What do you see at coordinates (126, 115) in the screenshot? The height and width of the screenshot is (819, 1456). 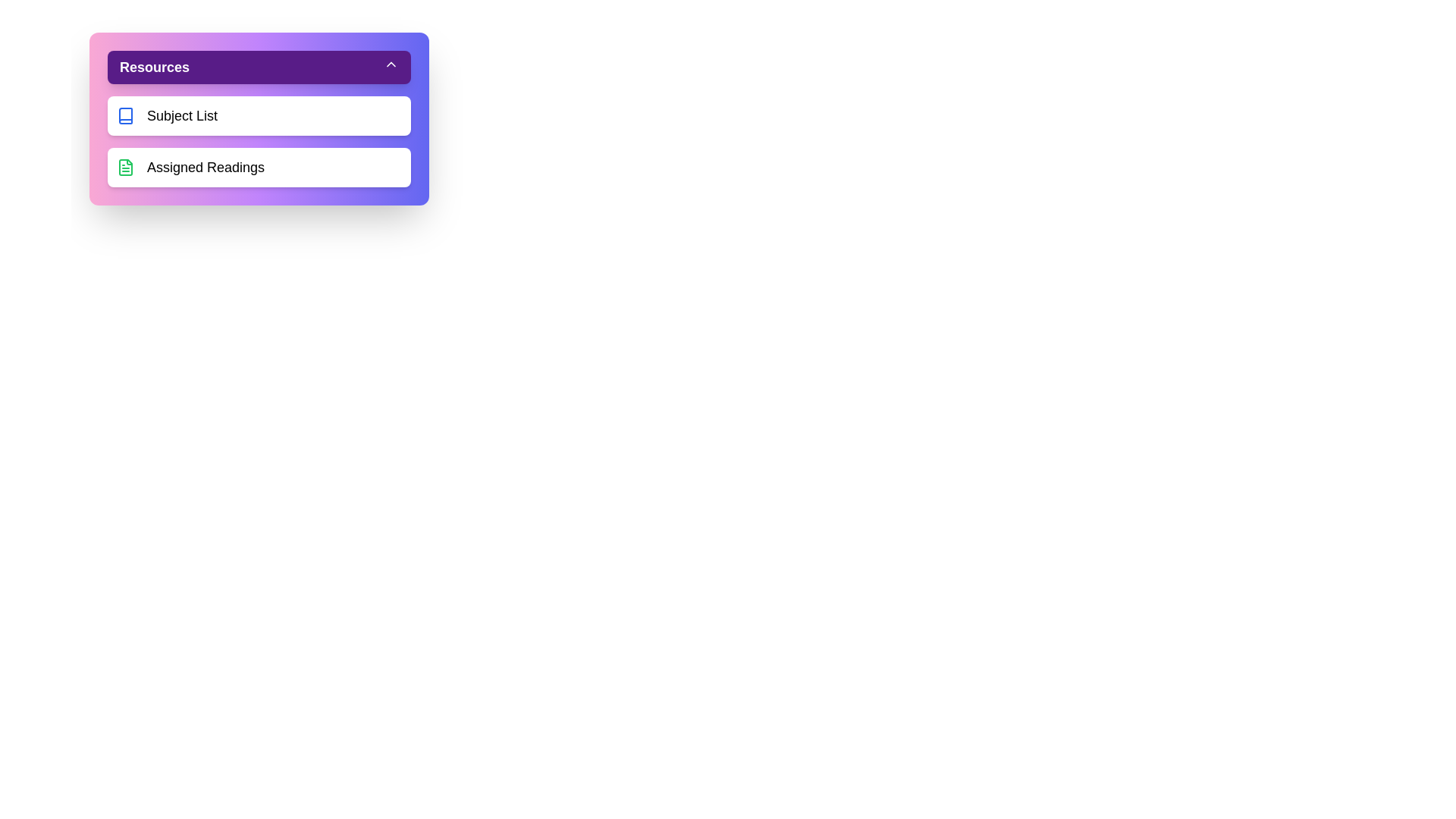 I see `the book icon representing the 'Subject List' menu item, located to the left of the 'Subject List' text below the 'Resources' heading` at bounding box center [126, 115].